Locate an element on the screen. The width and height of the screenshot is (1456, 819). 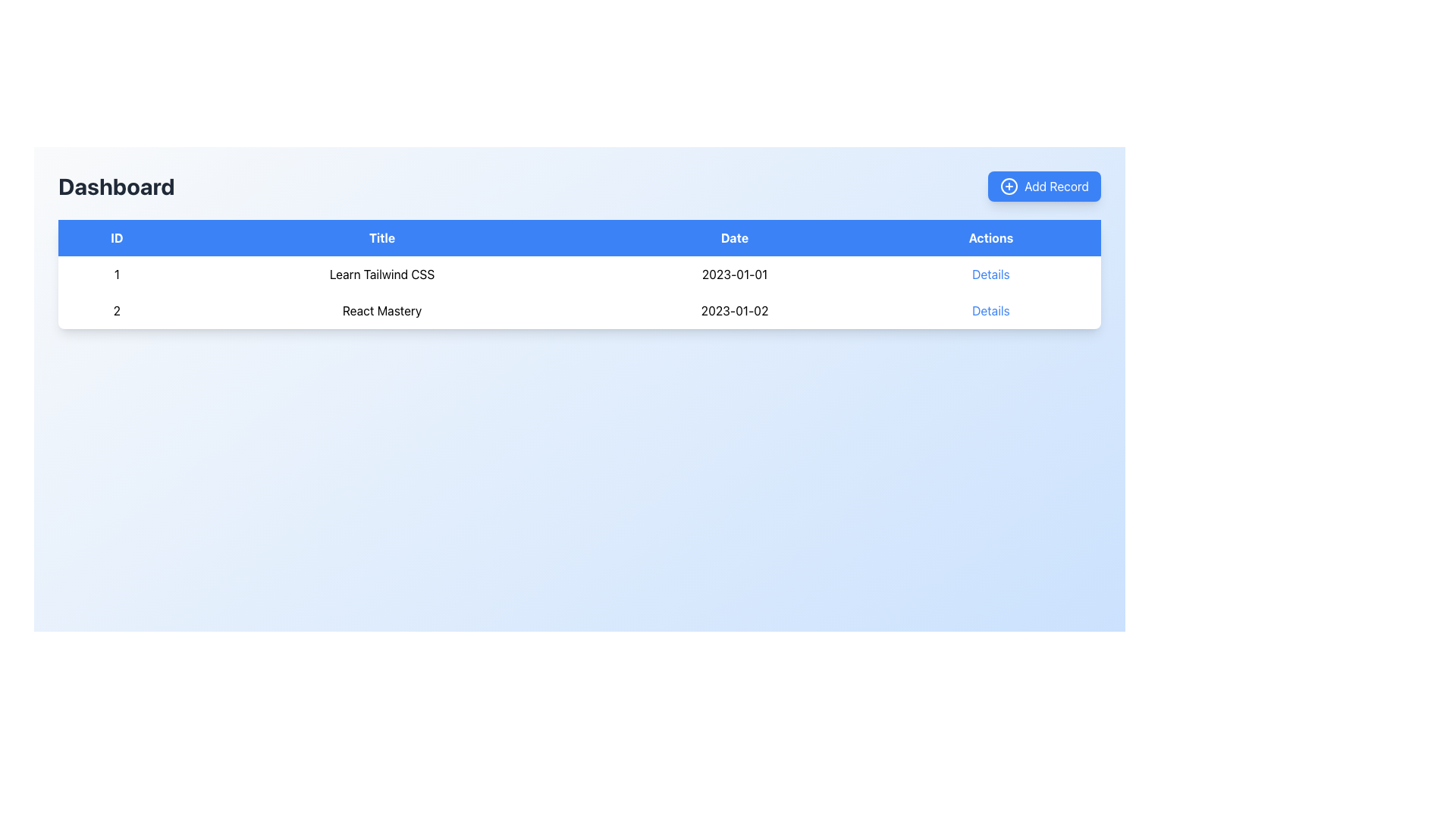
the 'Details' hyperlink styled in blue text located in the last column of the second row of the table is located at coordinates (990, 309).